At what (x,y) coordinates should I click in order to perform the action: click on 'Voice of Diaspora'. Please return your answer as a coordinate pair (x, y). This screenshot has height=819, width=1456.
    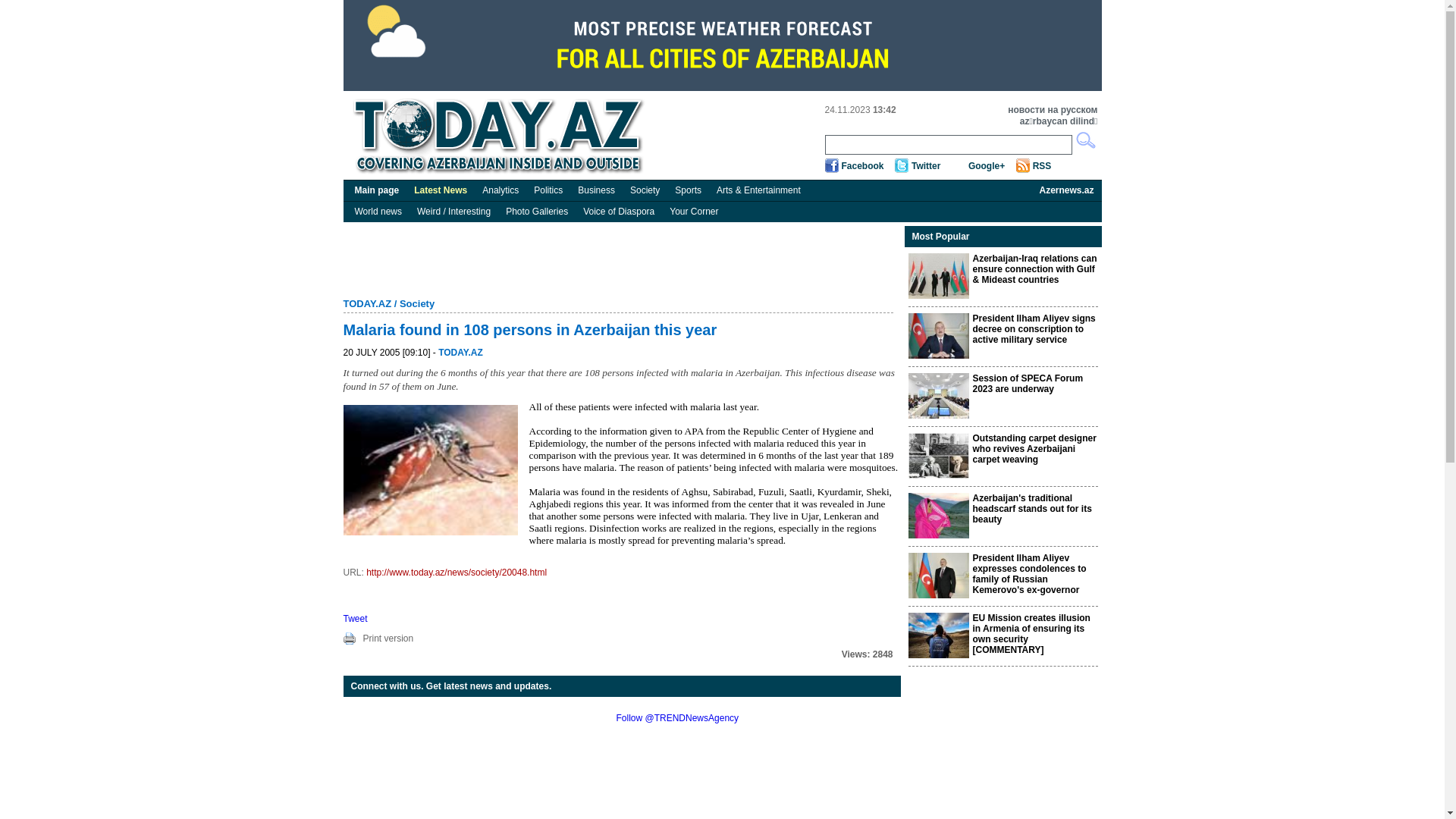
    Looking at the image, I should click on (574, 211).